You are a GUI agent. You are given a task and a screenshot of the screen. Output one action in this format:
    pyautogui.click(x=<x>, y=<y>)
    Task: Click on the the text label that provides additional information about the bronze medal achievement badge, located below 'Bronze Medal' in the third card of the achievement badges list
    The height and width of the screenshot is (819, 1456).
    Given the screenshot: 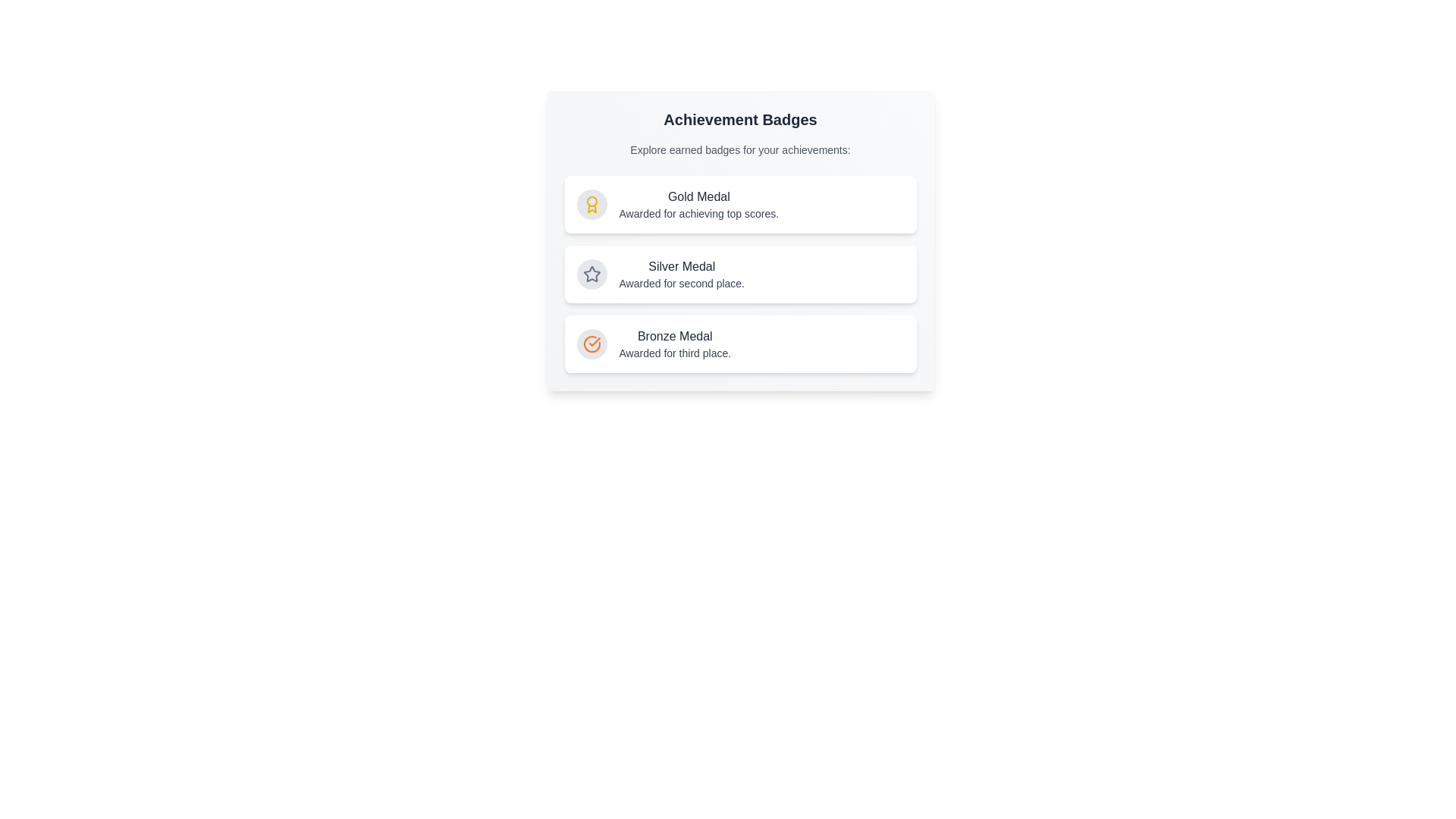 What is the action you would take?
    pyautogui.click(x=674, y=353)
    